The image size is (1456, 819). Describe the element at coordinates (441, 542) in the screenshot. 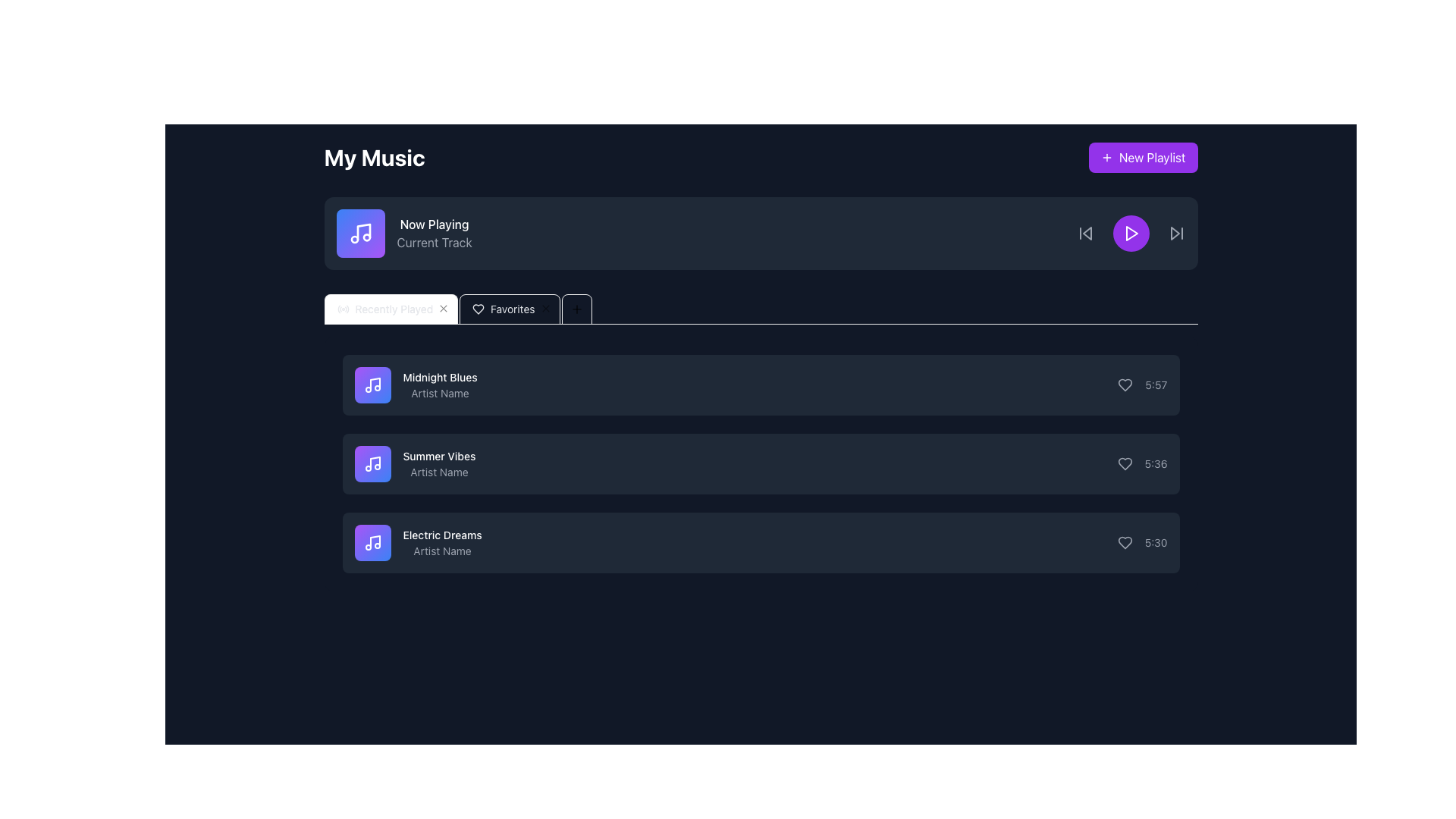

I see `the text descriptor for 'Electric Dreams' in the playlist entry` at that location.